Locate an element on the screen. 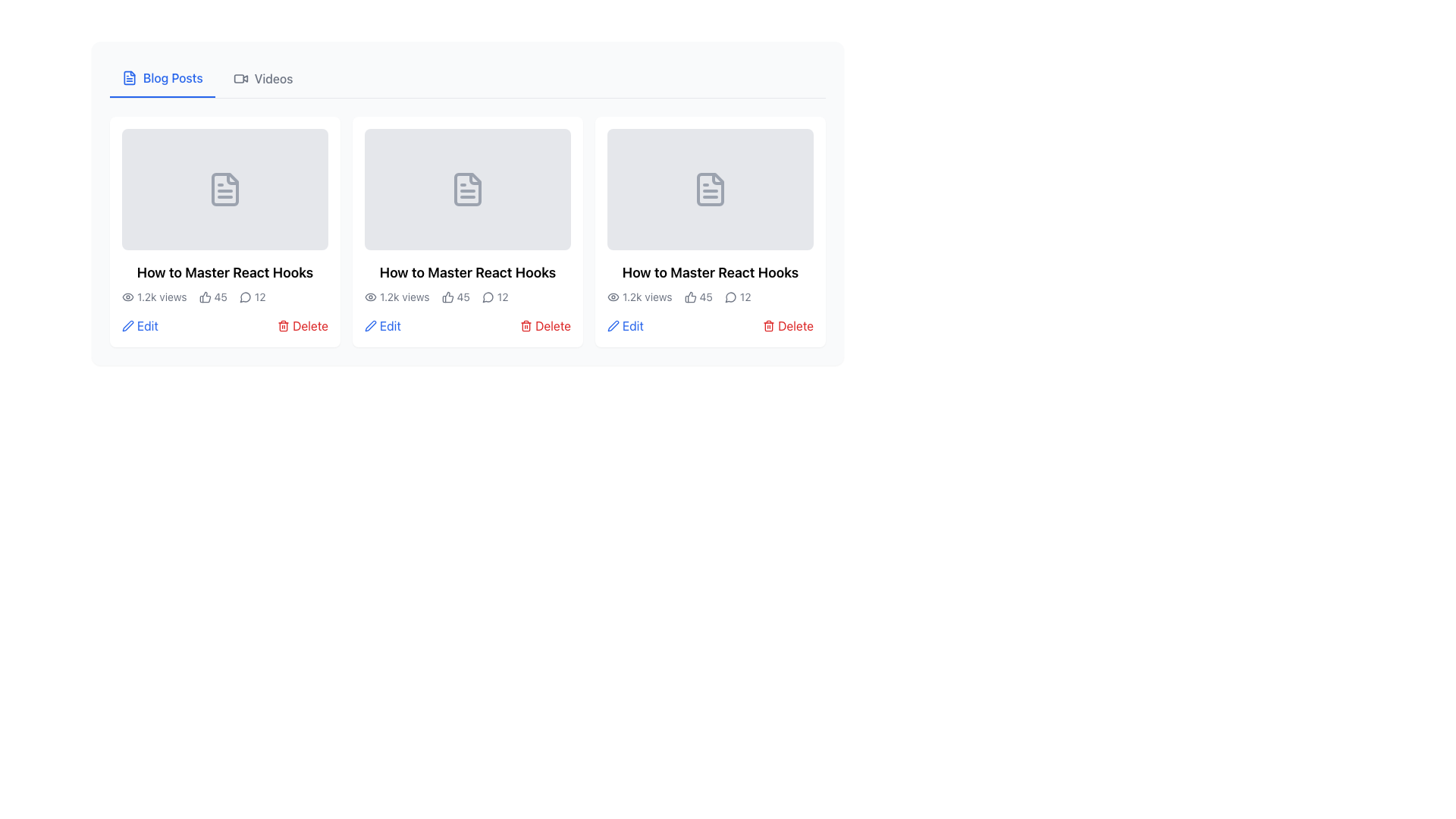  the small pen icon located within the 'Edit' button, which is positioned below the thumbnail image and textual metadata of the third post is located at coordinates (613, 325).